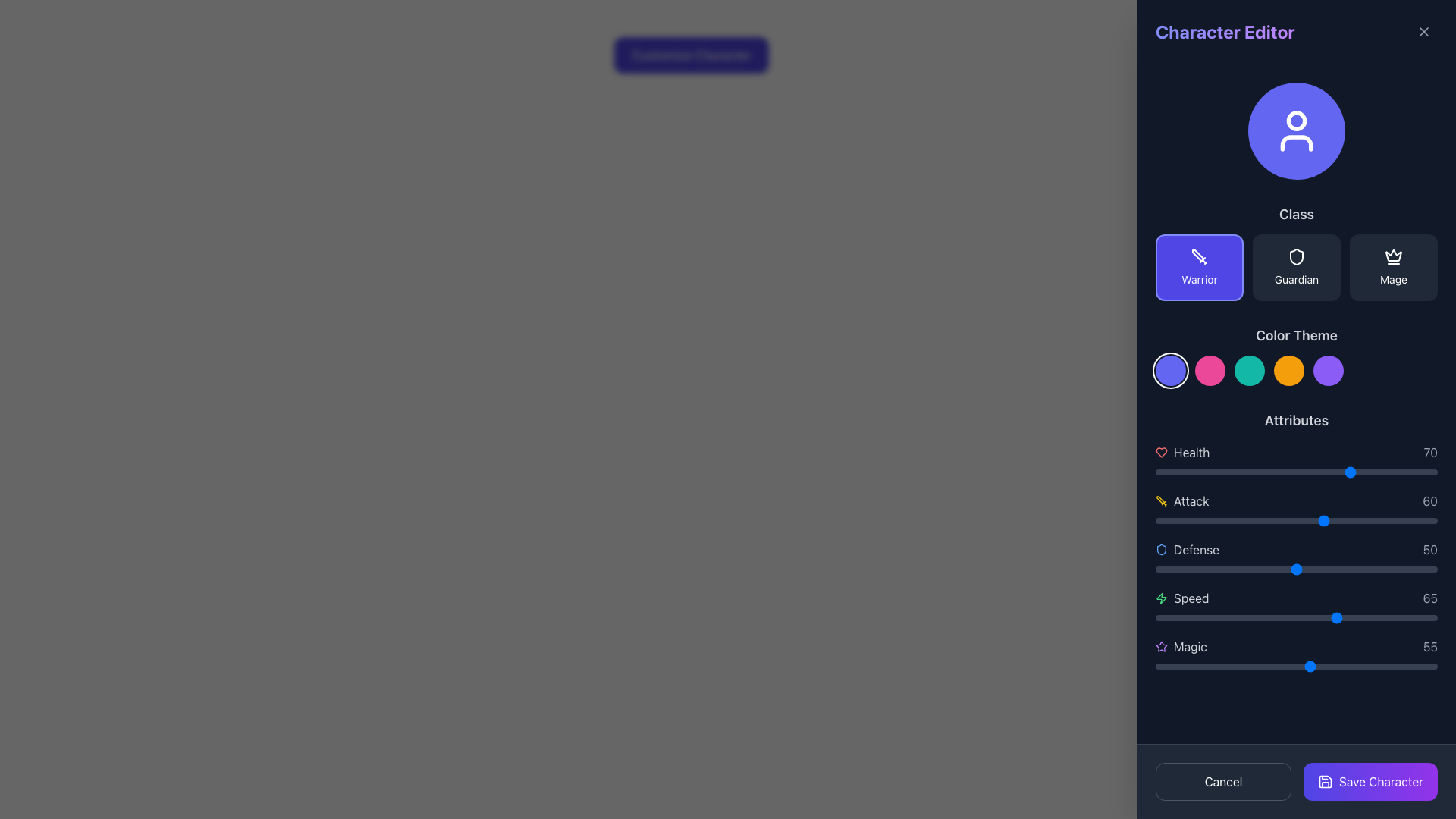  What do you see at coordinates (1295, 256) in the screenshot?
I see `the shield-shaped icon button representing the 'Guardian' class` at bounding box center [1295, 256].